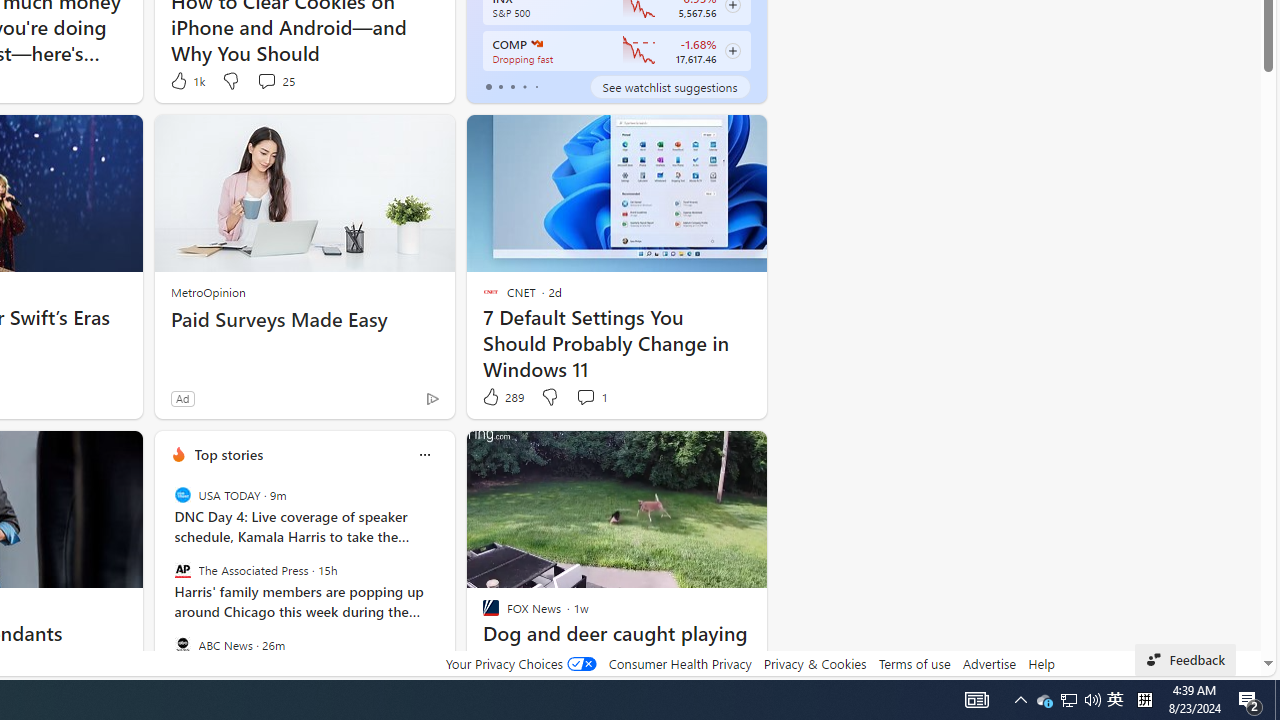 The width and height of the screenshot is (1280, 720). What do you see at coordinates (274, 80) in the screenshot?
I see `'View comments 25 Comment'` at bounding box center [274, 80].